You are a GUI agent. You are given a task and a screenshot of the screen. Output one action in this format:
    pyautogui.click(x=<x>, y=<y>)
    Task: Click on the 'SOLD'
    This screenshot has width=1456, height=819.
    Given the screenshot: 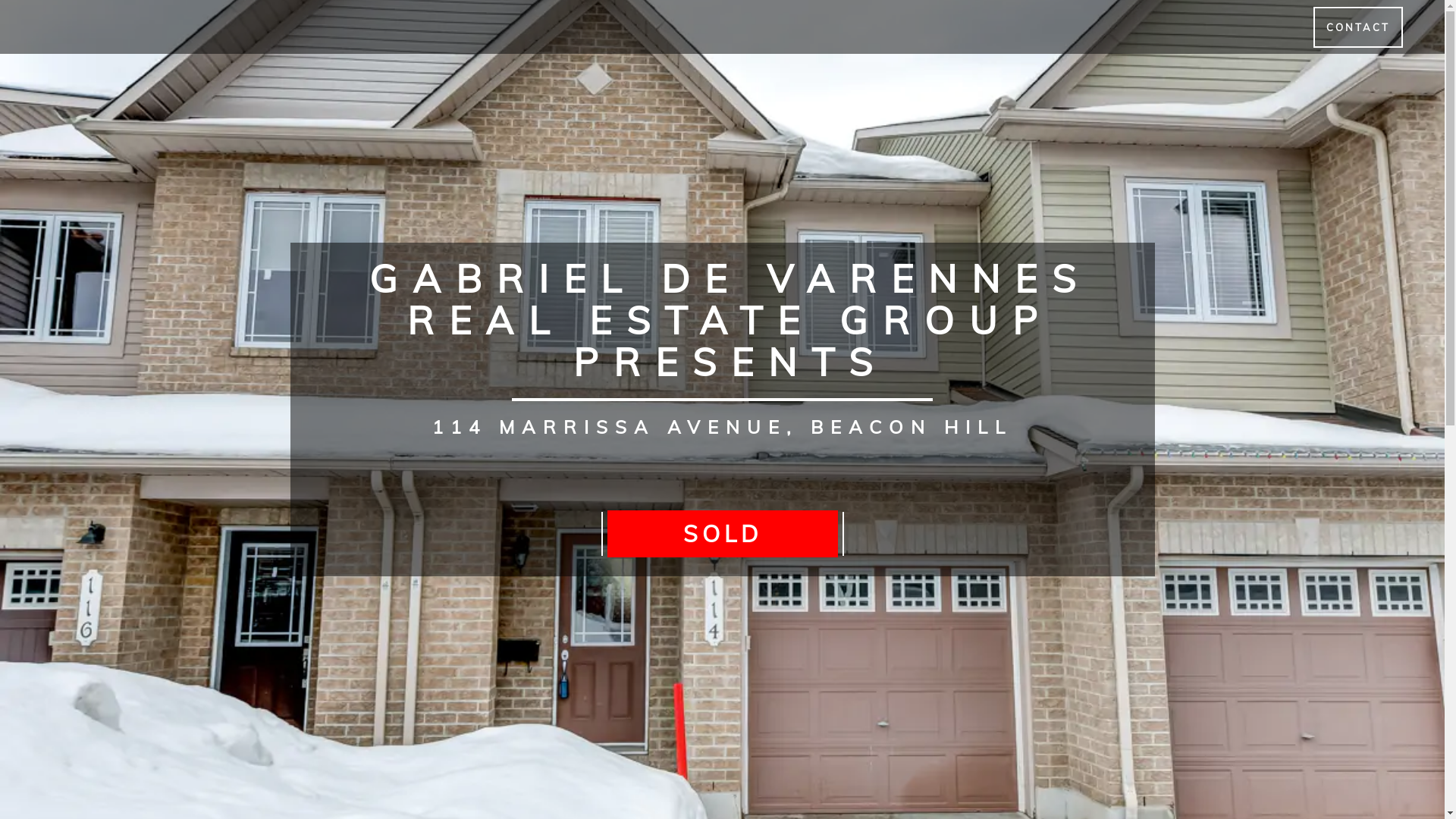 What is the action you would take?
    pyautogui.click(x=720, y=533)
    